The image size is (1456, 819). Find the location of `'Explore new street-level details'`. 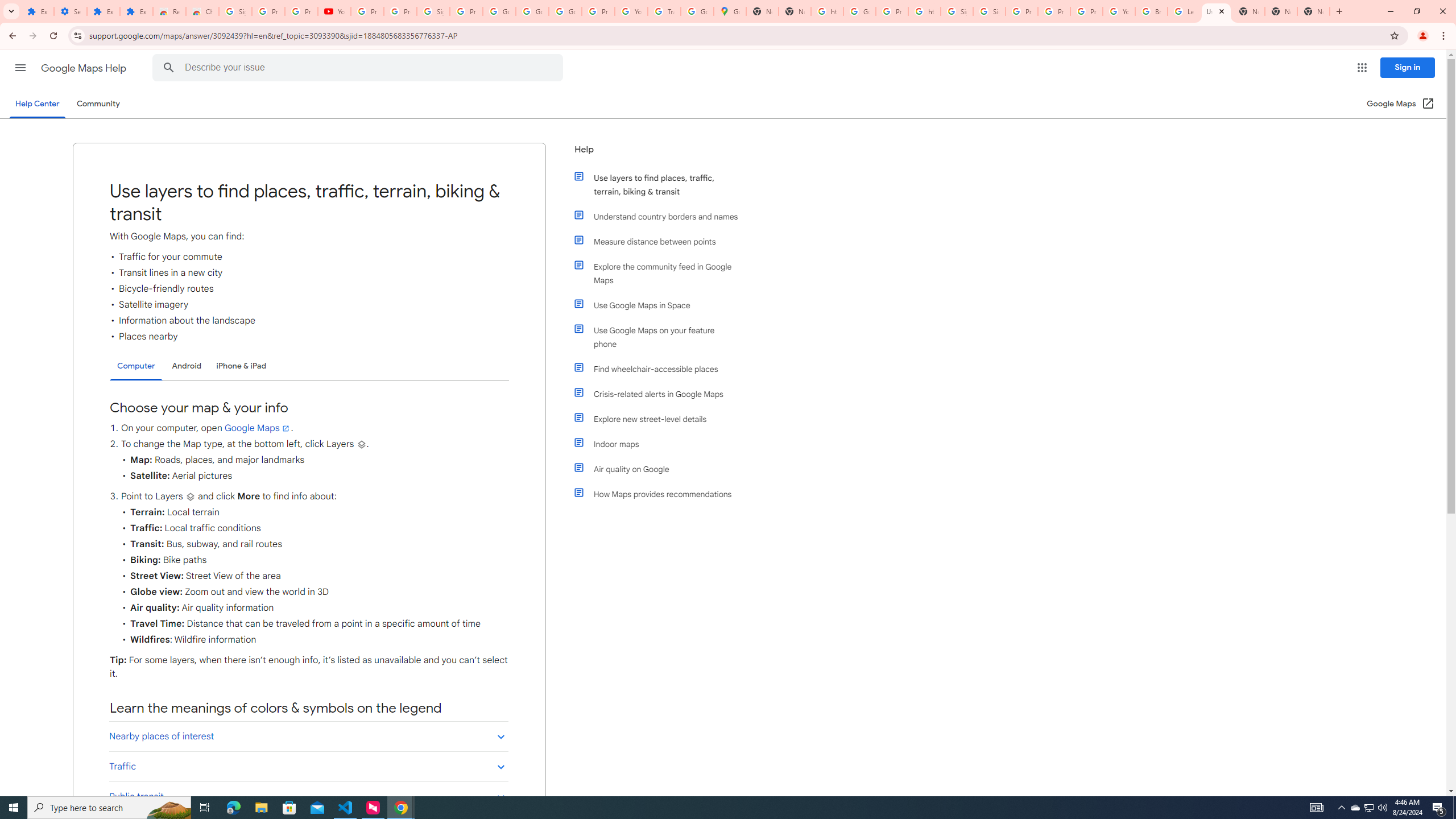

'Explore new street-level details' is located at coordinates (661, 419).